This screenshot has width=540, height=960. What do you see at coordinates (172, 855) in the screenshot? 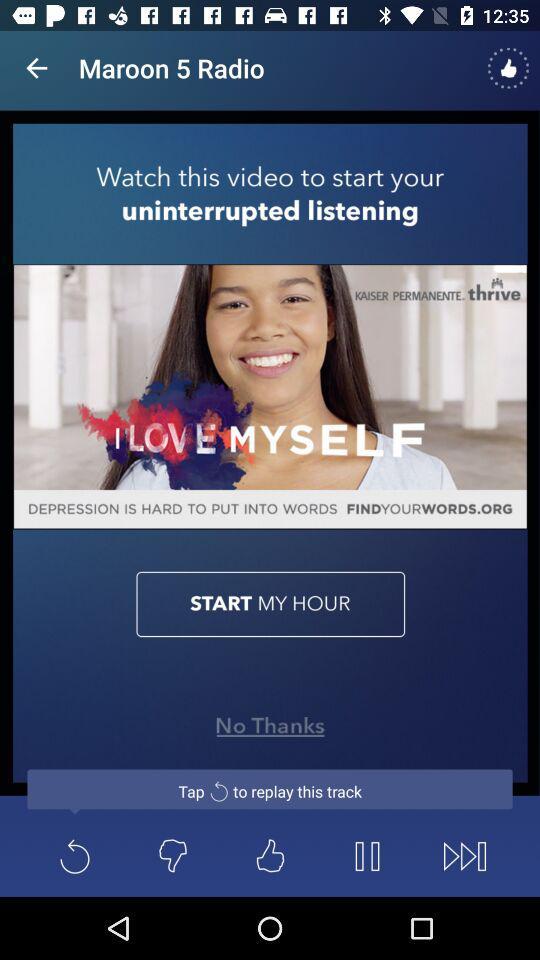
I see `the thumbs_down icon` at bounding box center [172, 855].